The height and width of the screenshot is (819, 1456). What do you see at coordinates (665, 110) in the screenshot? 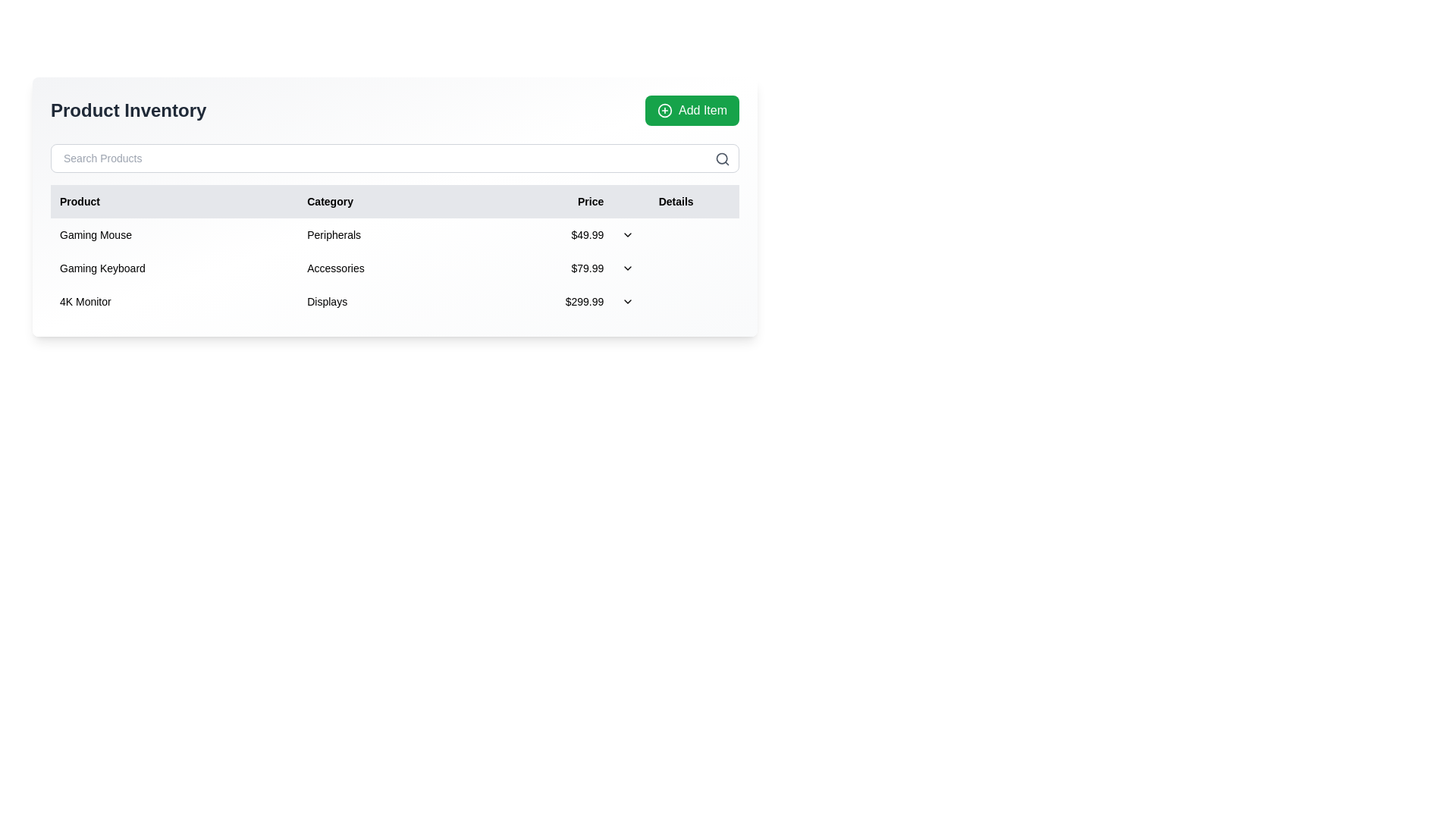
I see `the decorative icon located within the 'Add Item' button, which serves as a visual indicator for adding new items` at bounding box center [665, 110].